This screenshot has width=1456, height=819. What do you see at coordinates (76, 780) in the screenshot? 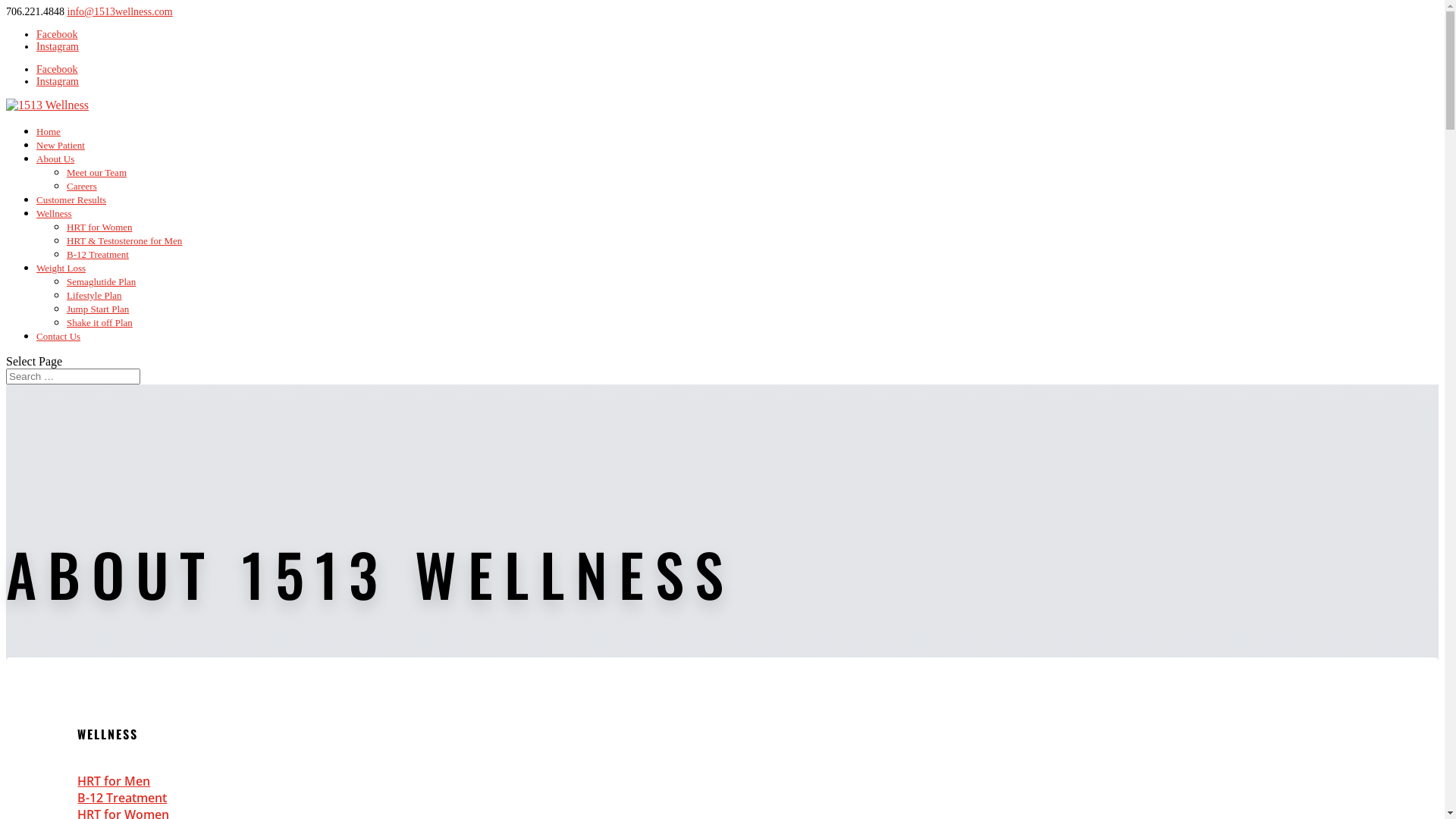
I see `'HRT for Men'` at bounding box center [76, 780].